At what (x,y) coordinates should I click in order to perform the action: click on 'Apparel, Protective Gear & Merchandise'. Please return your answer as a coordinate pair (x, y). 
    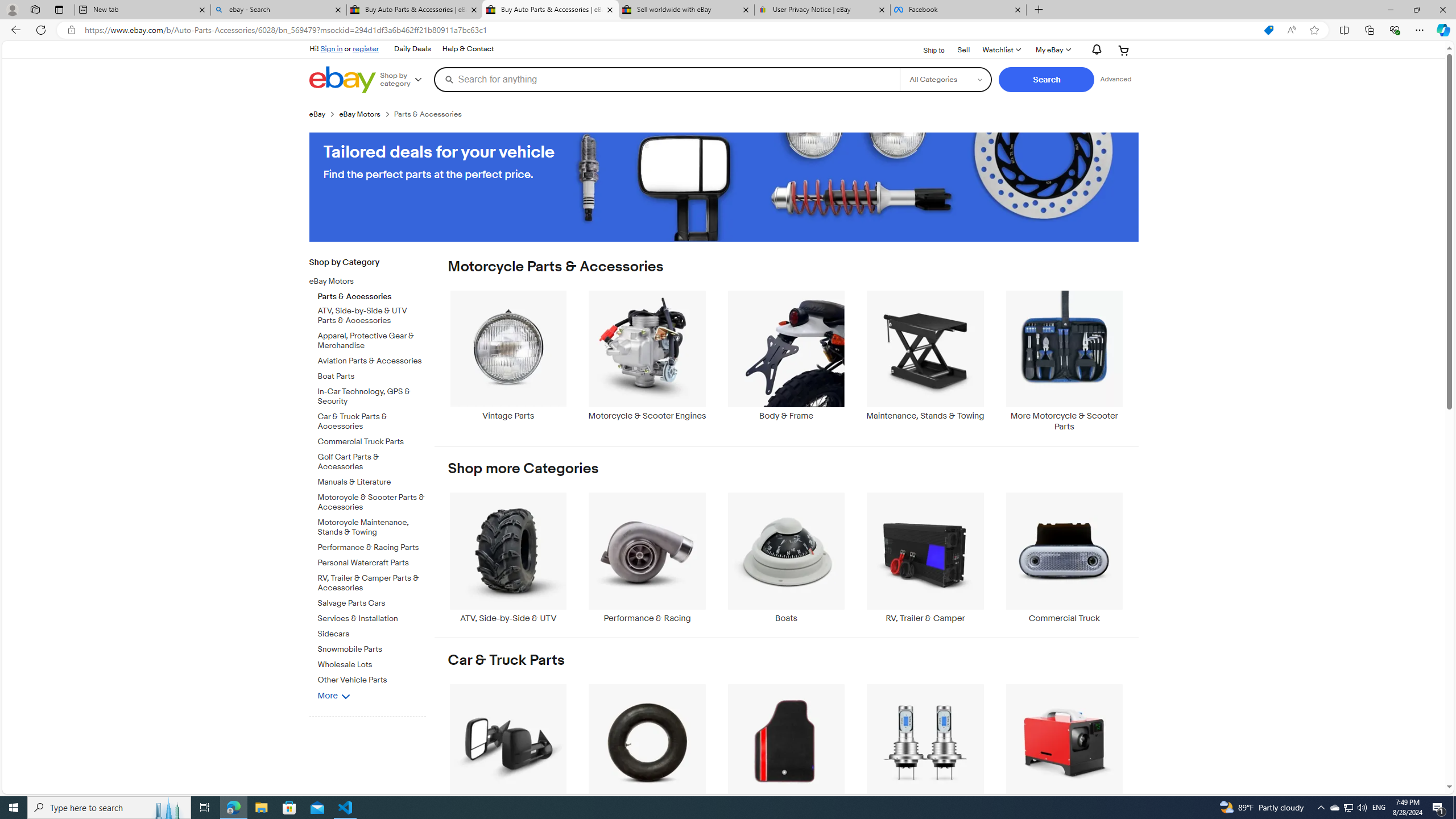
    Looking at the image, I should click on (371, 338).